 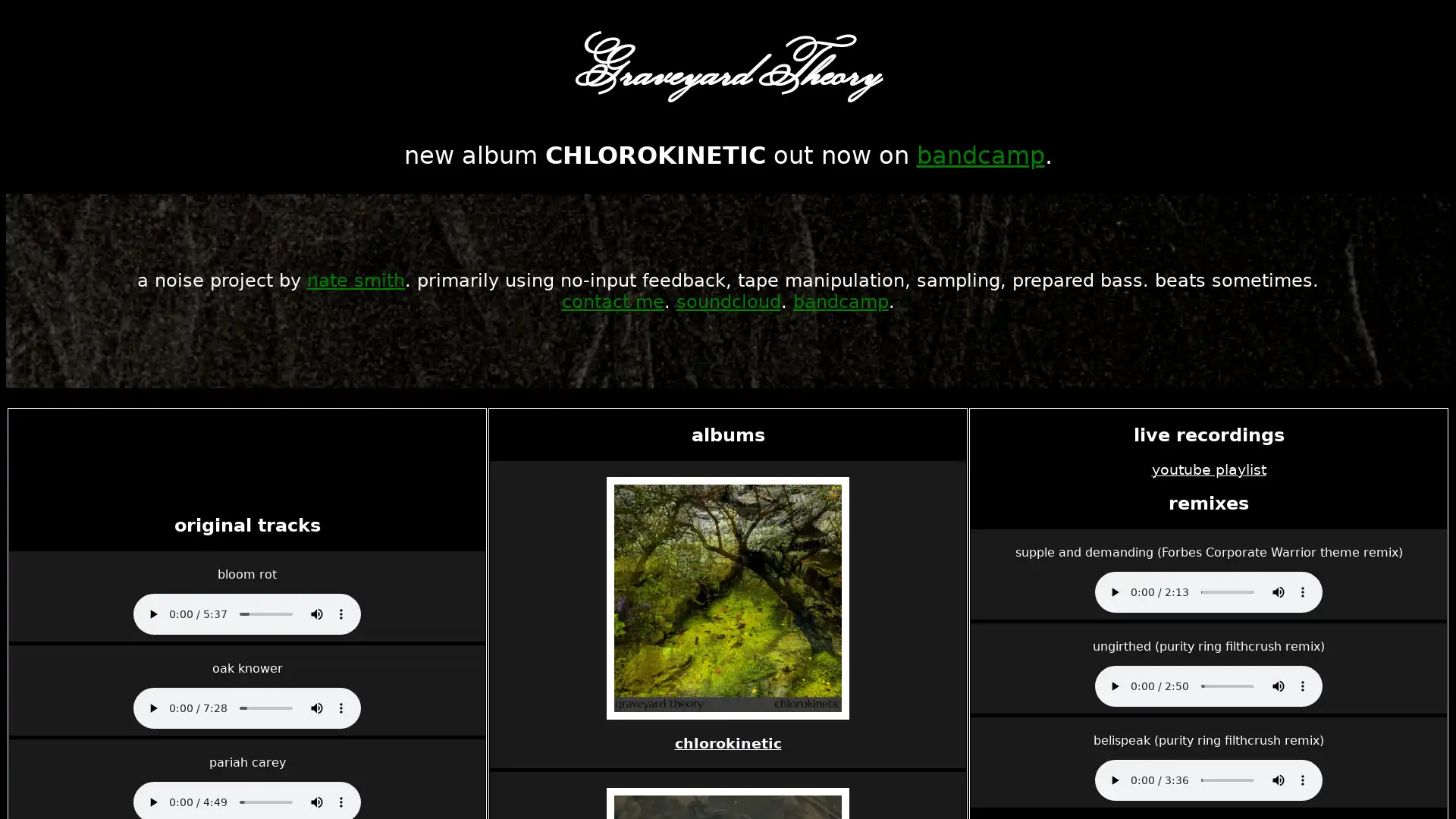 What do you see at coordinates (1277, 686) in the screenshot?
I see `mute` at bounding box center [1277, 686].